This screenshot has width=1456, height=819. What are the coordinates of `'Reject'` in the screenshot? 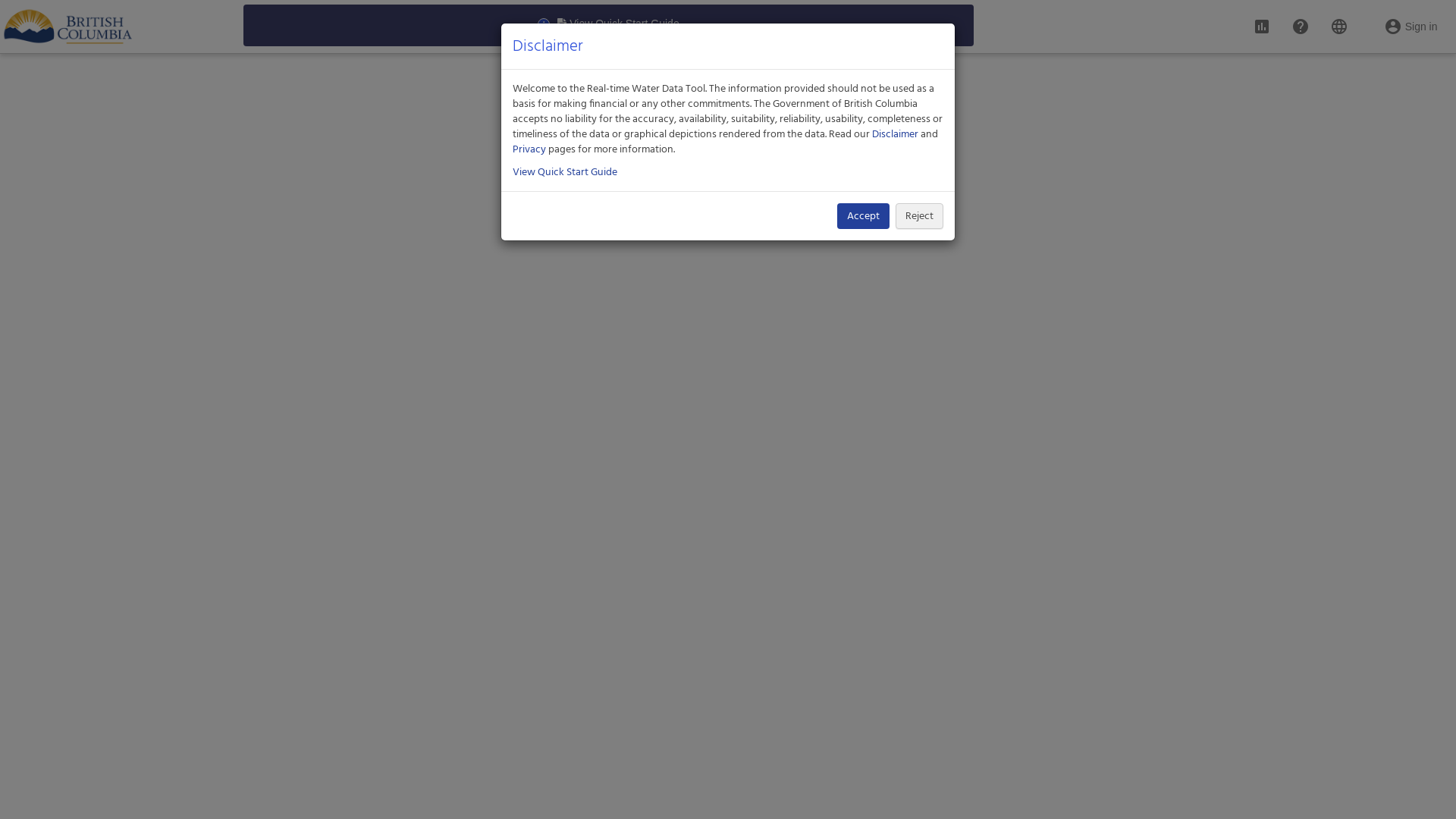 It's located at (918, 216).